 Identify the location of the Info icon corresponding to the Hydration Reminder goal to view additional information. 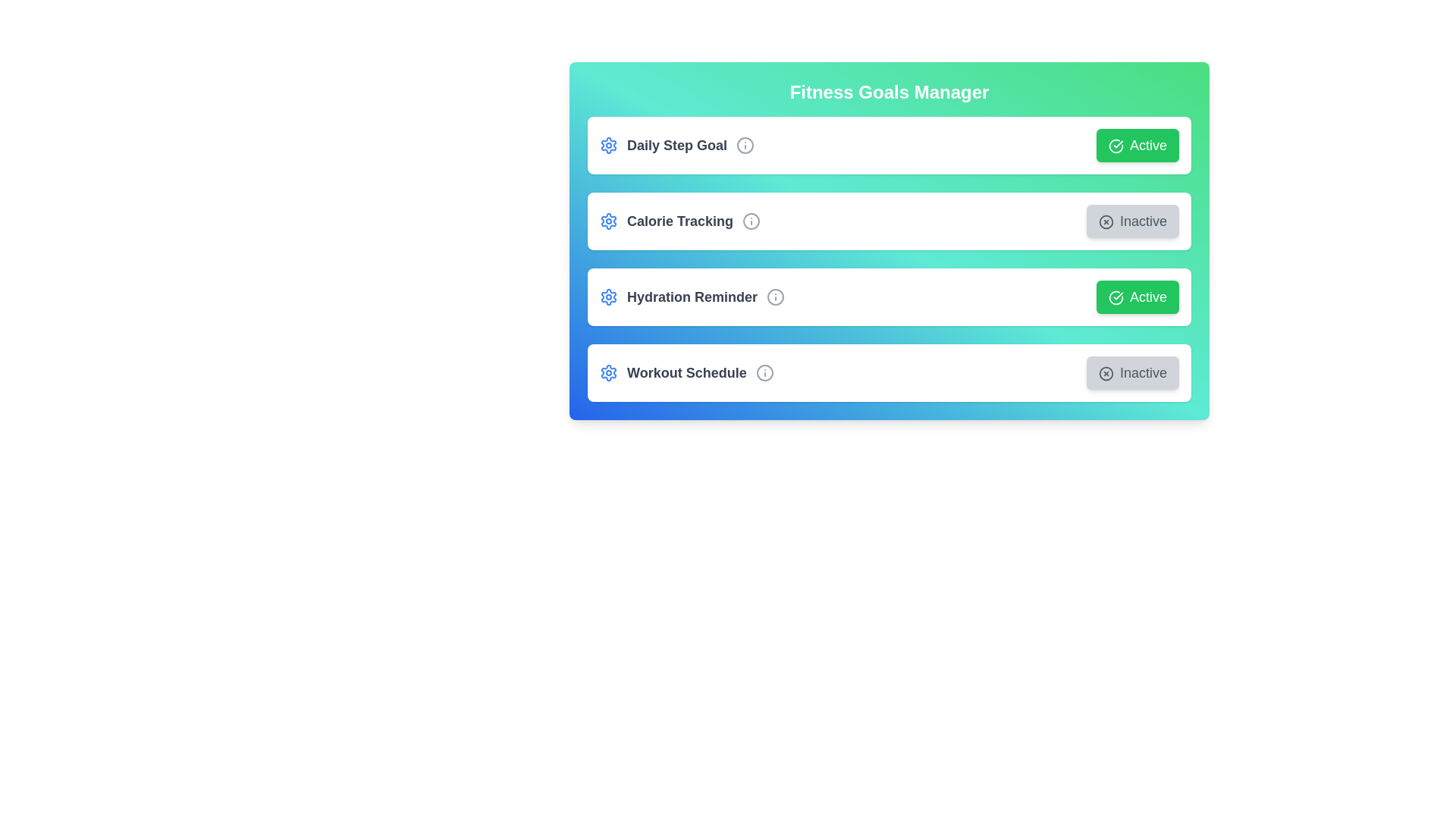
(775, 297).